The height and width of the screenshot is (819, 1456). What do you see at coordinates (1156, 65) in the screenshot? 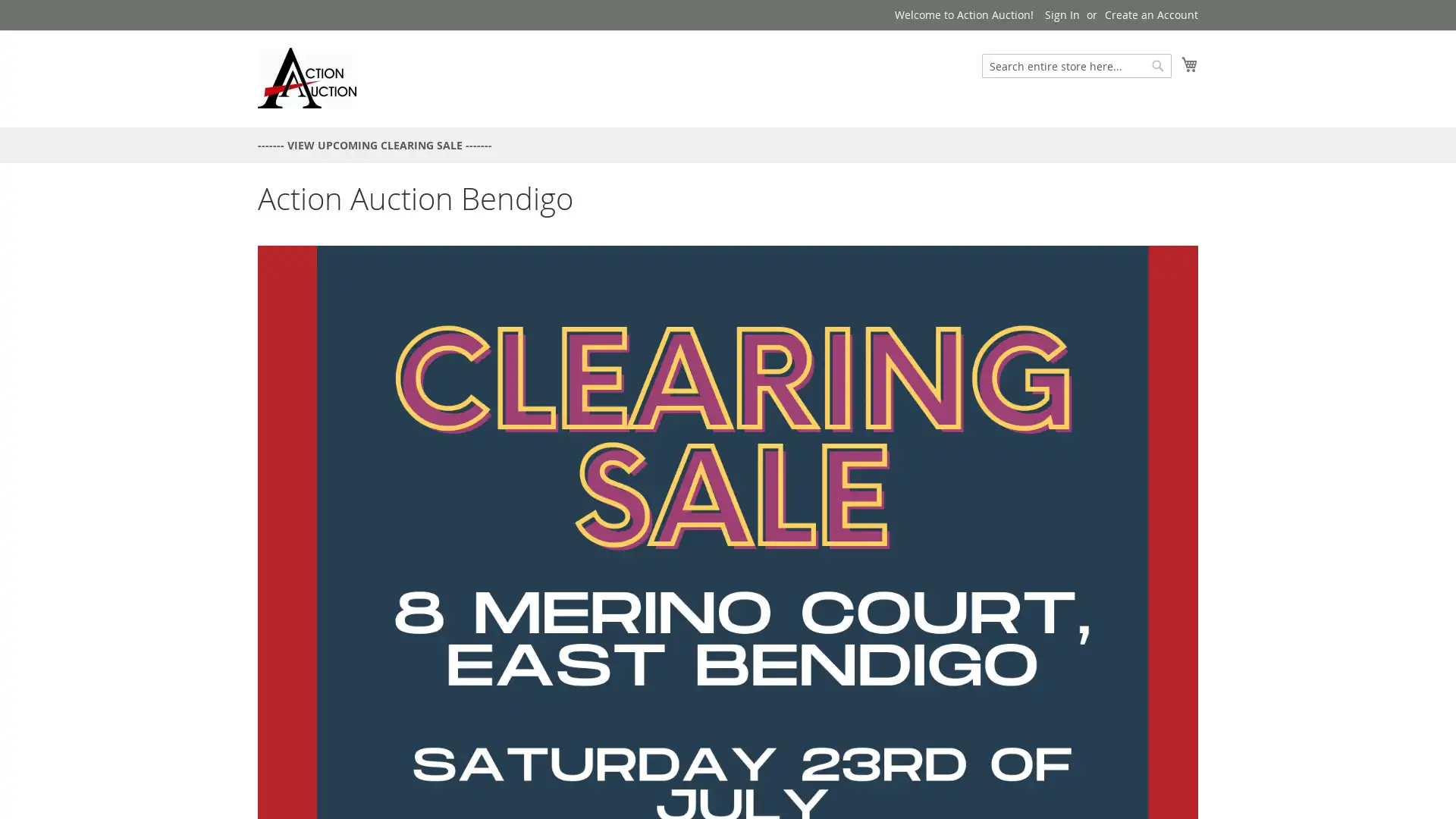
I see `Search` at bounding box center [1156, 65].